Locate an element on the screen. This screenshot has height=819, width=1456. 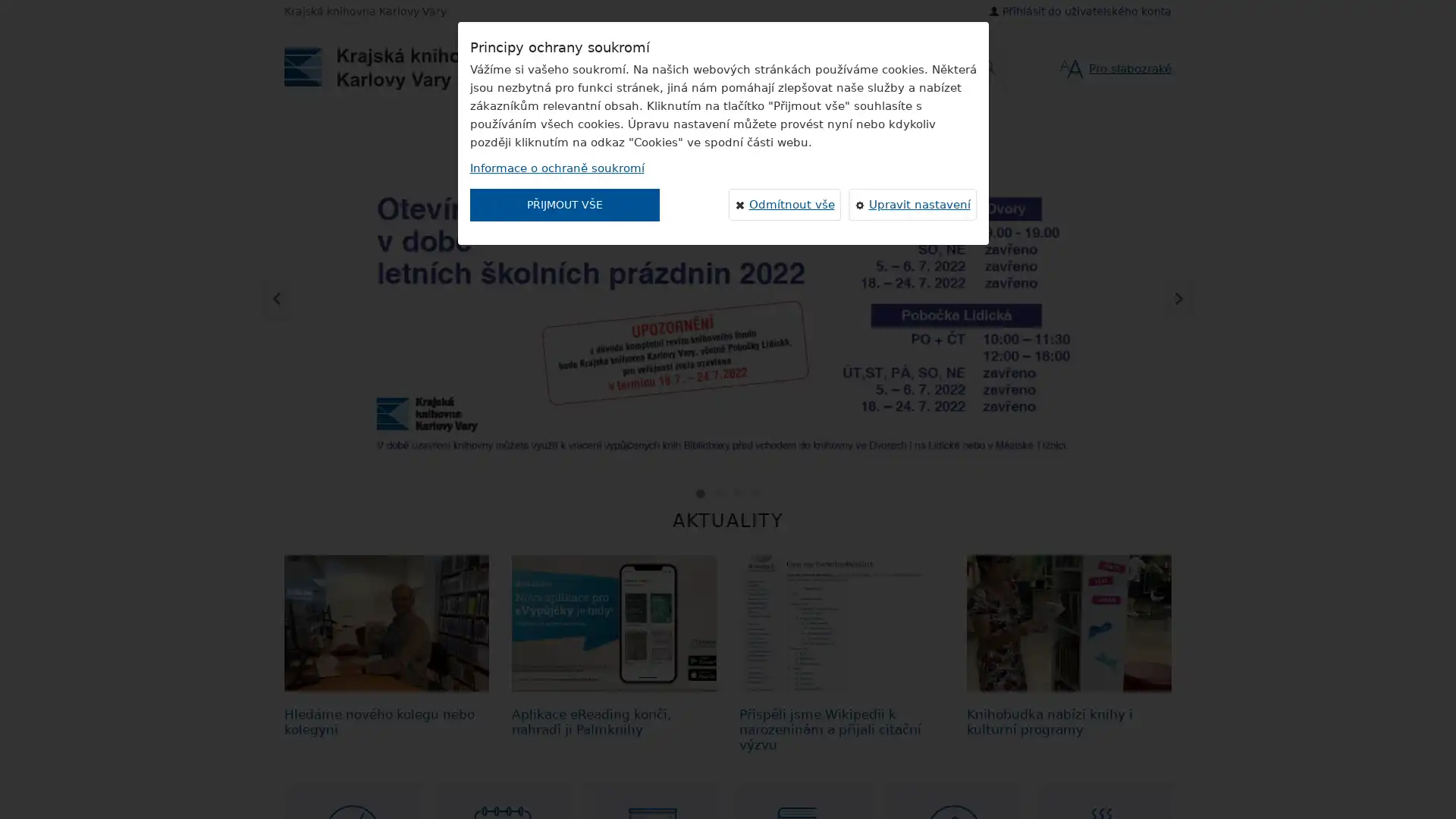
HLEDAT is located at coordinates (986, 67).